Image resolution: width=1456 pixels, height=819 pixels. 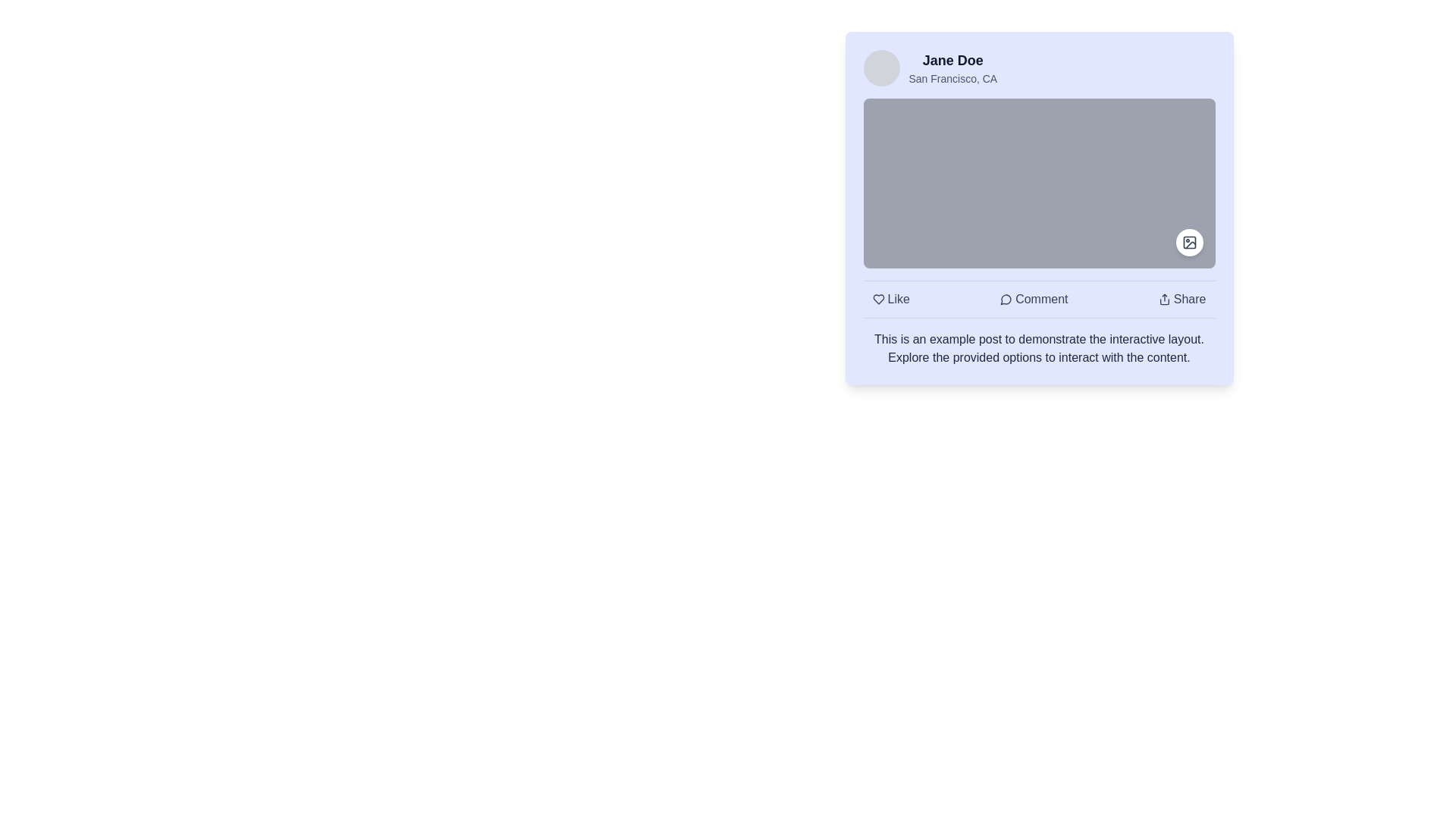 What do you see at coordinates (881, 67) in the screenshot?
I see `the Circular Profile Placeholder, which is a round gray element located to the left of 'Jane Doe' and 'San Francisco, CA'` at bounding box center [881, 67].